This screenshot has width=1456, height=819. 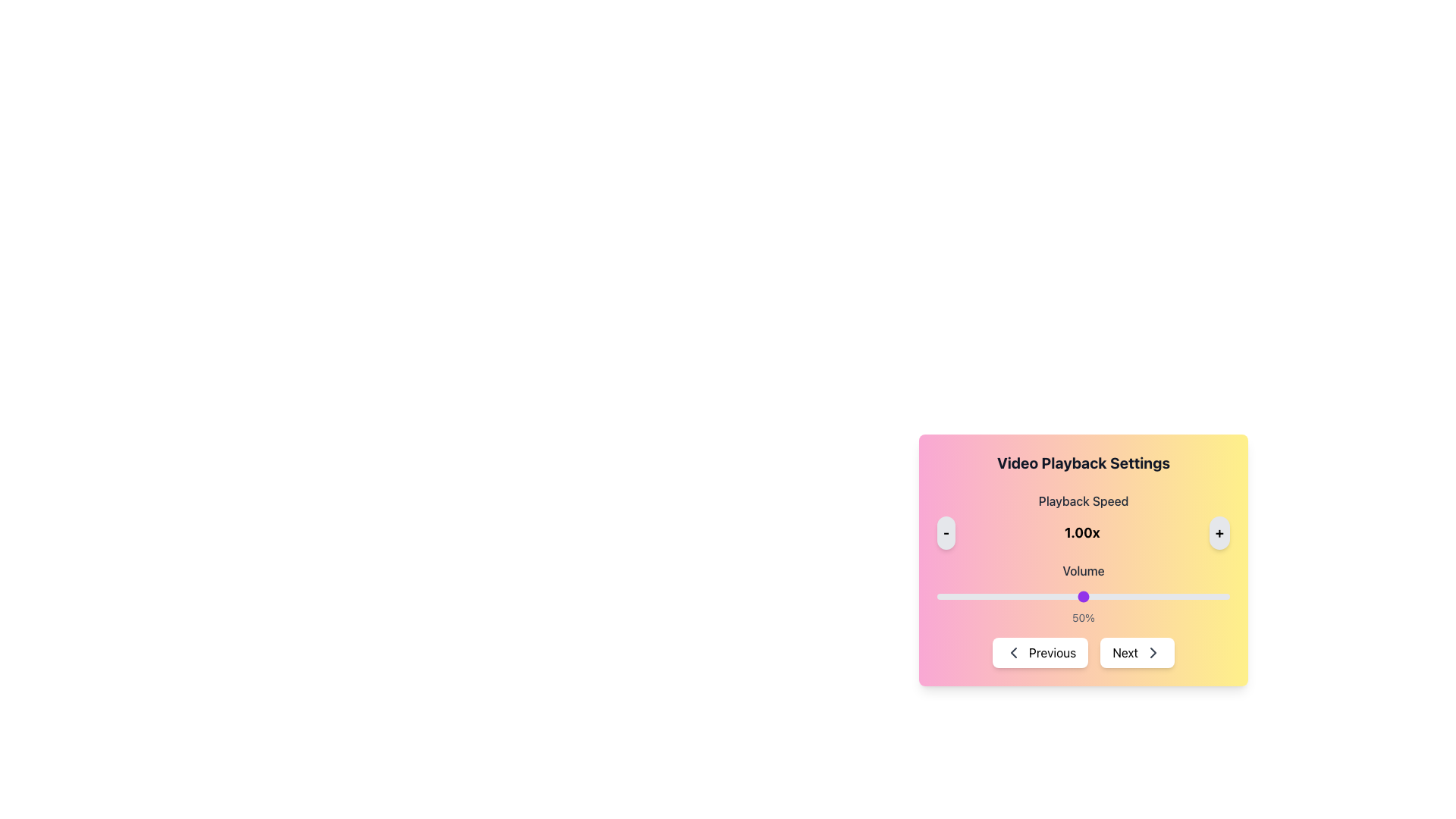 I want to click on the label displaying '1.00x', which is centered between the '-' and '+' buttons in the 'Playback Speed' section, so click(x=1083, y=532).